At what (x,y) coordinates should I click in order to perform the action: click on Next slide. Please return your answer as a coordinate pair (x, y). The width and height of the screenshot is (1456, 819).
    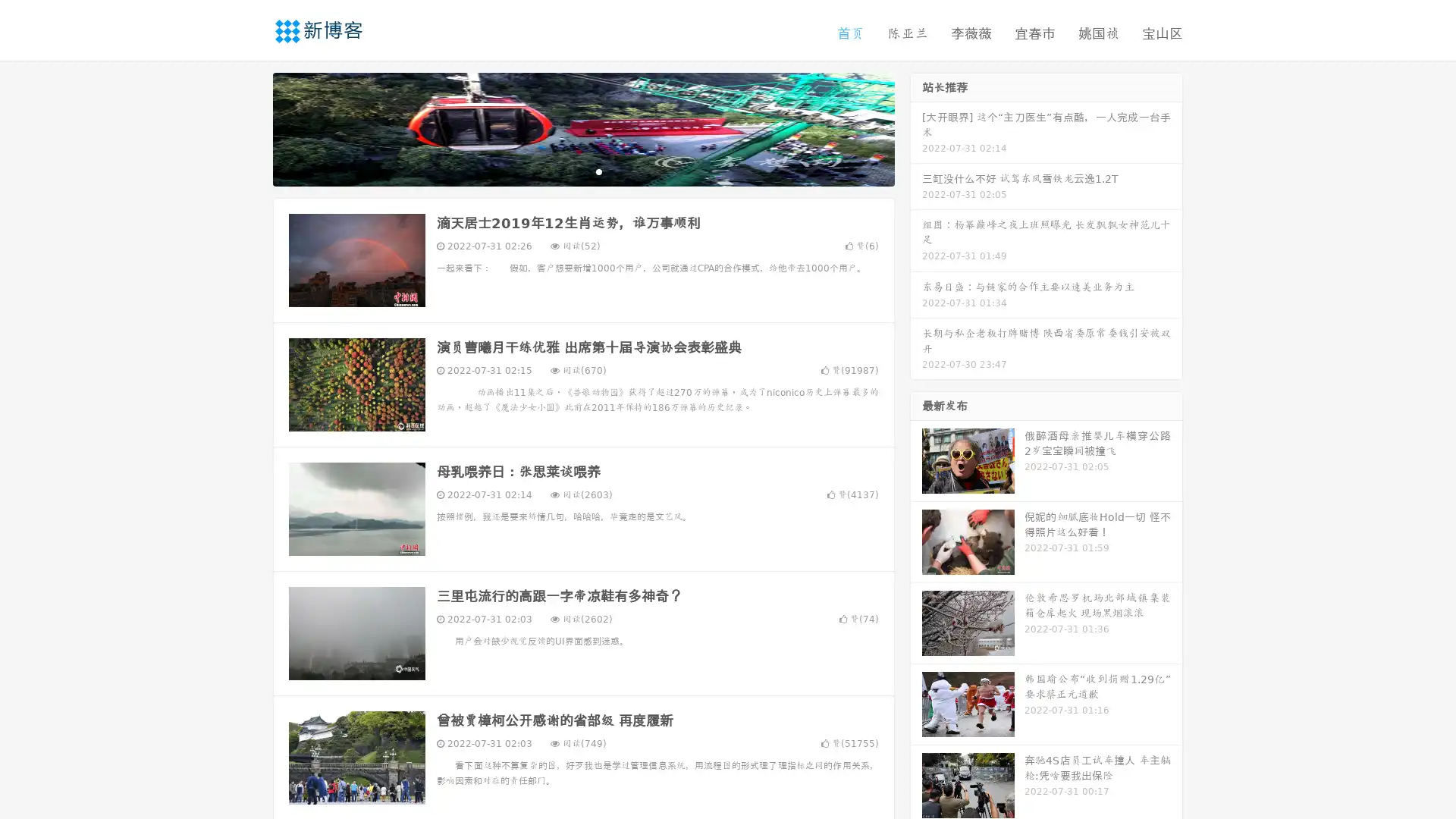
    Looking at the image, I should click on (916, 127).